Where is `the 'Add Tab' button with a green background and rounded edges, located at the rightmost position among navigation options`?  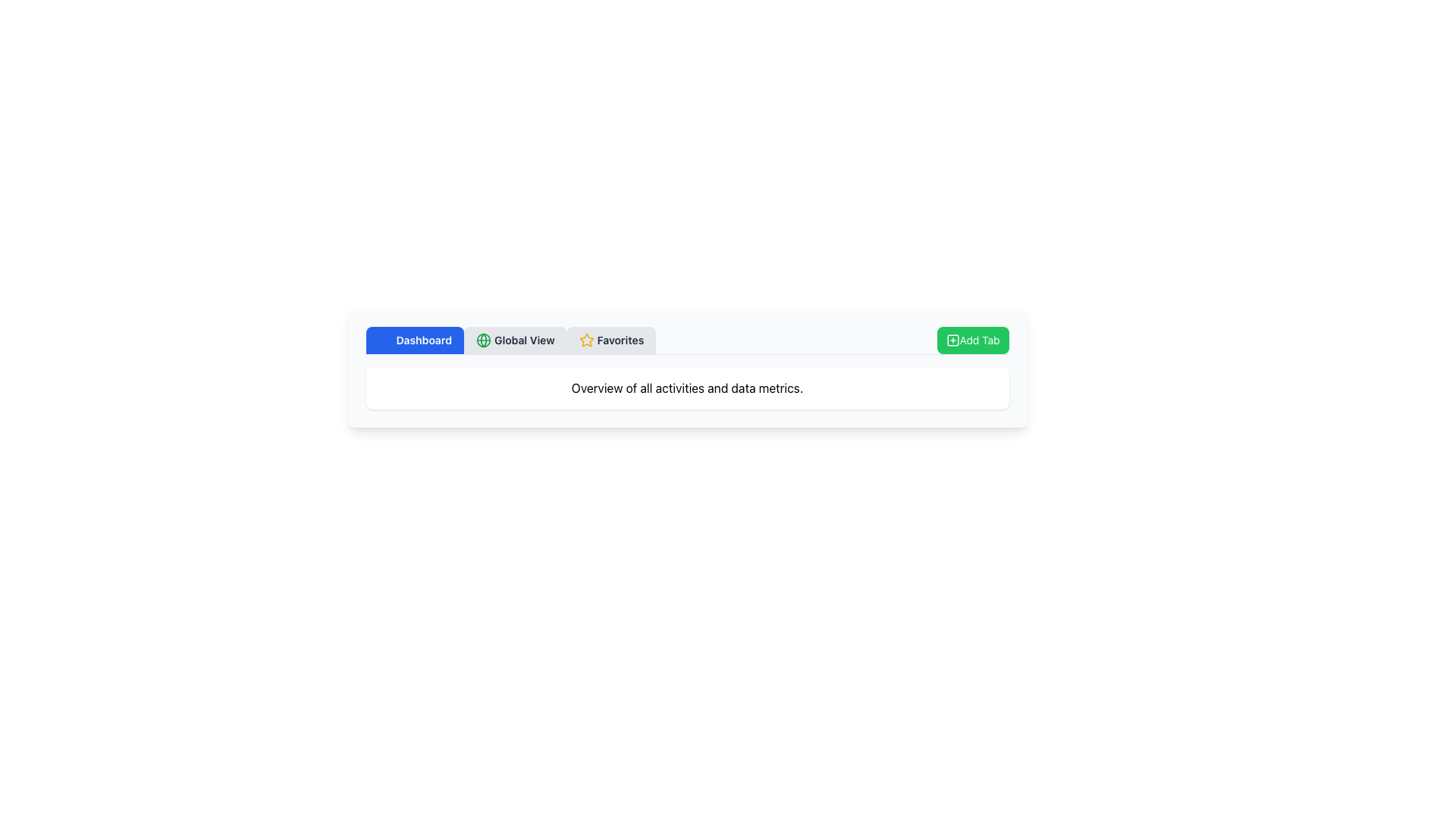
the 'Add Tab' button with a green background and rounded edges, located at the rightmost position among navigation options is located at coordinates (973, 339).